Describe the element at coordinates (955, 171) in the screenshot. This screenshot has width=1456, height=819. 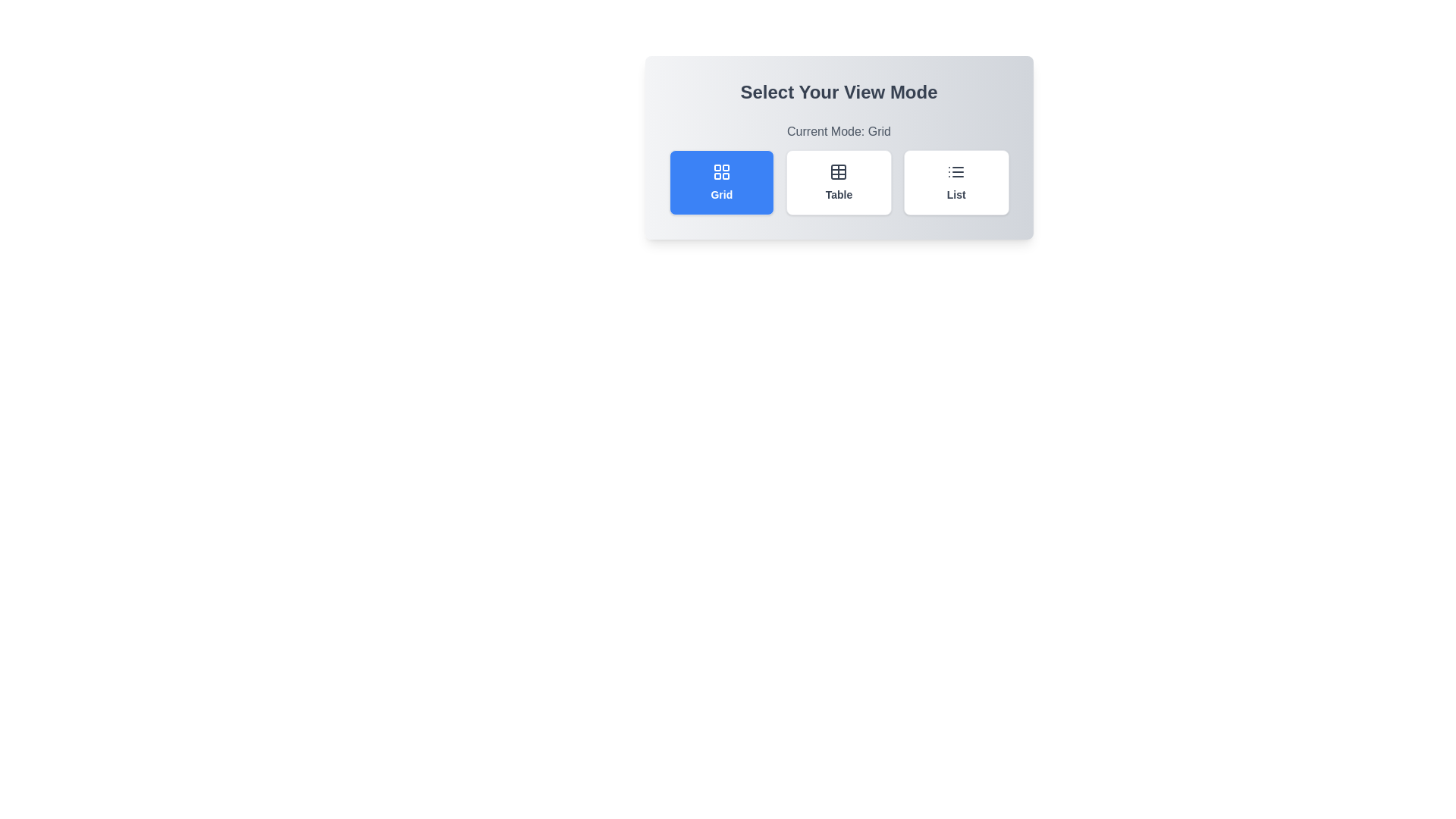
I see `the 'List' view mode icon, which is the third button in a horizontal group of three buttons labeled 'Grid', 'Table', and 'List' under the heading 'Select Your View Mode'` at that location.